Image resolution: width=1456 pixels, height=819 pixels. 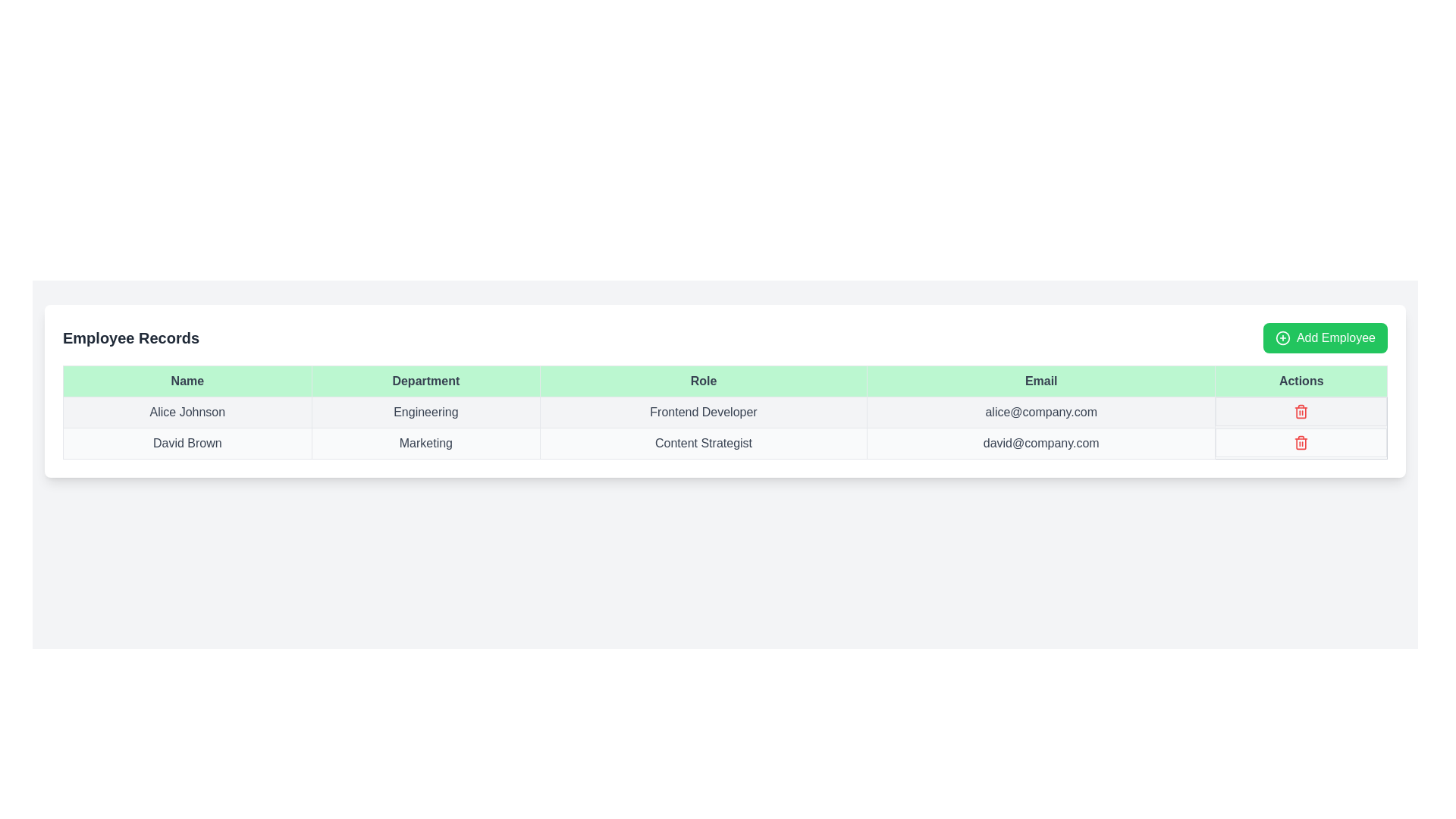 I want to click on the Text Label that serves as the column header for roles, located between 'Department' and 'Email' in the green-shaded header row of the table, so click(x=702, y=380).